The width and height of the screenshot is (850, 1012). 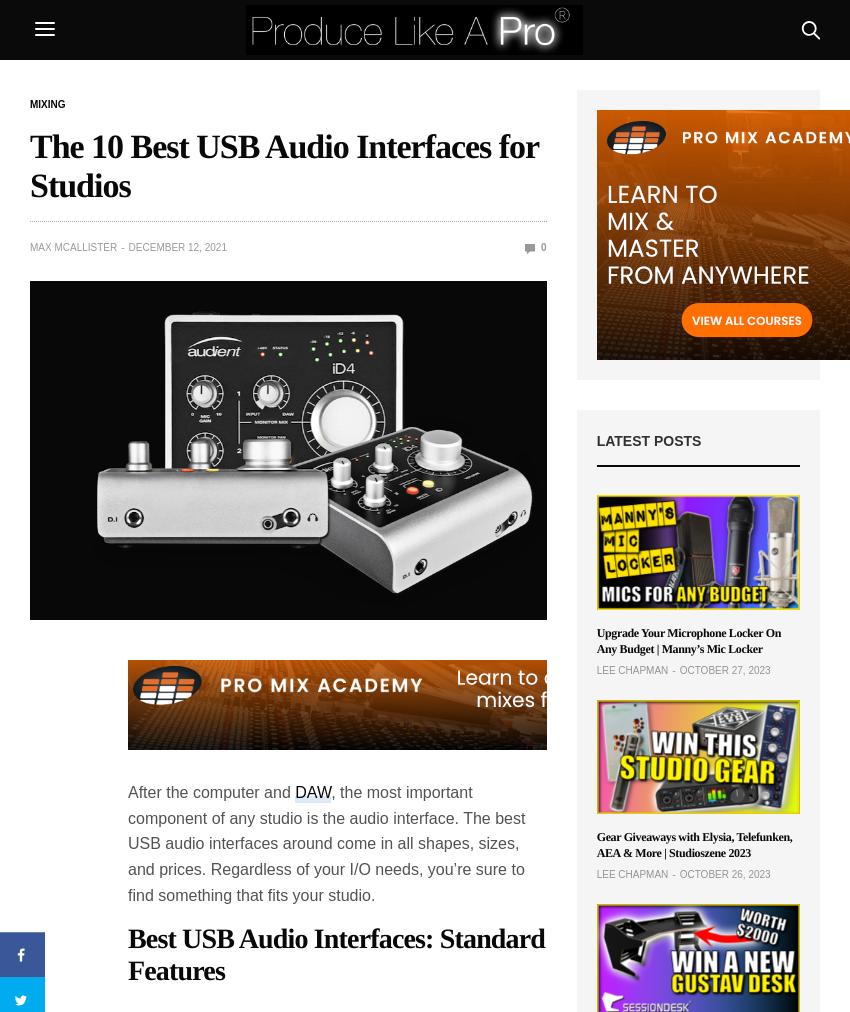 What do you see at coordinates (73, 247) in the screenshot?
I see `'Max McAllister'` at bounding box center [73, 247].